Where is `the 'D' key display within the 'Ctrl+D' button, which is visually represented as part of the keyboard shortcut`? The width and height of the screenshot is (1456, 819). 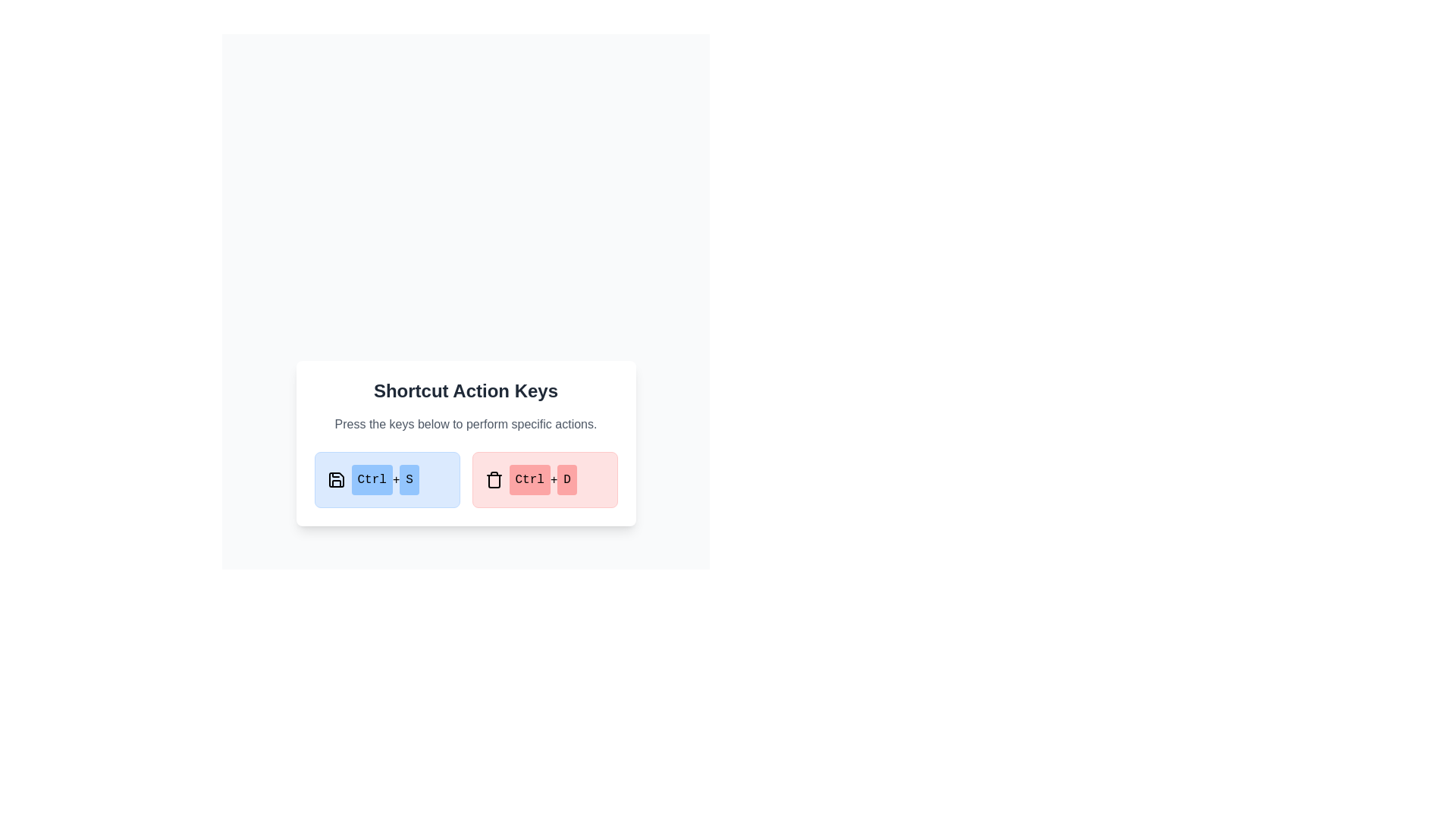 the 'D' key display within the 'Ctrl+D' button, which is visually represented as part of the keyboard shortcut is located at coordinates (566, 479).